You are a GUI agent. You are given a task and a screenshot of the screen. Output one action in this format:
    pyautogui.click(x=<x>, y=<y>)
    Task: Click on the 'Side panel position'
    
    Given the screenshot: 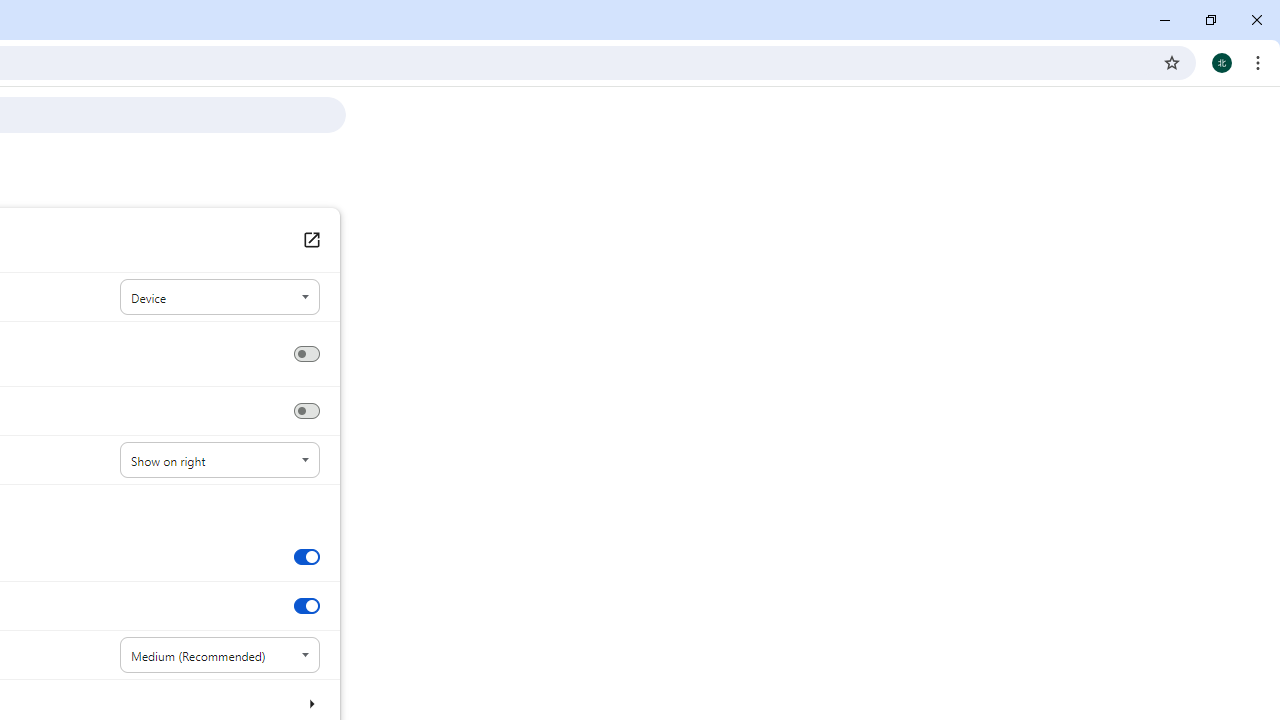 What is the action you would take?
    pyautogui.click(x=219, y=460)
    